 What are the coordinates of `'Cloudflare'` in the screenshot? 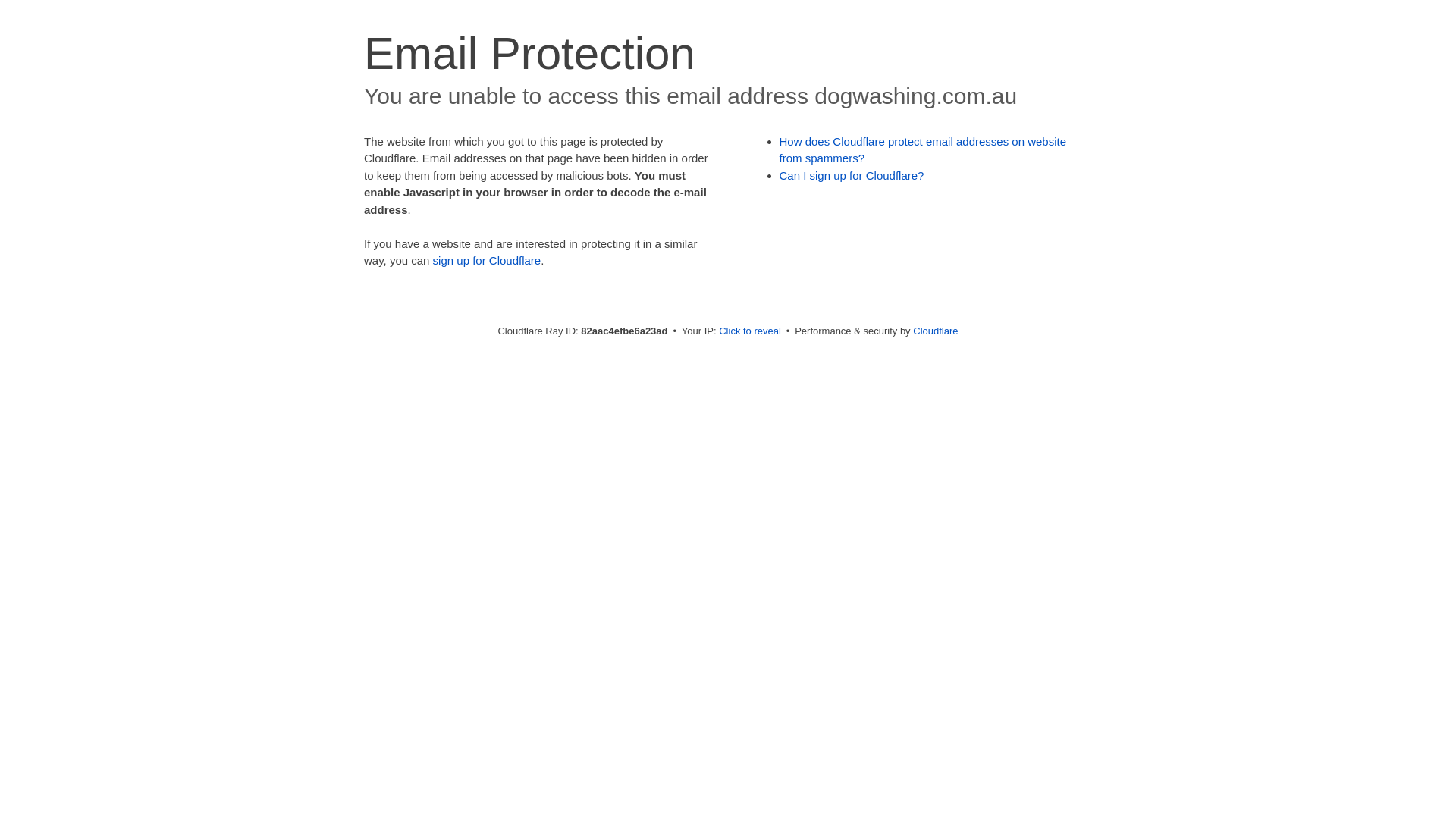 It's located at (934, 330).